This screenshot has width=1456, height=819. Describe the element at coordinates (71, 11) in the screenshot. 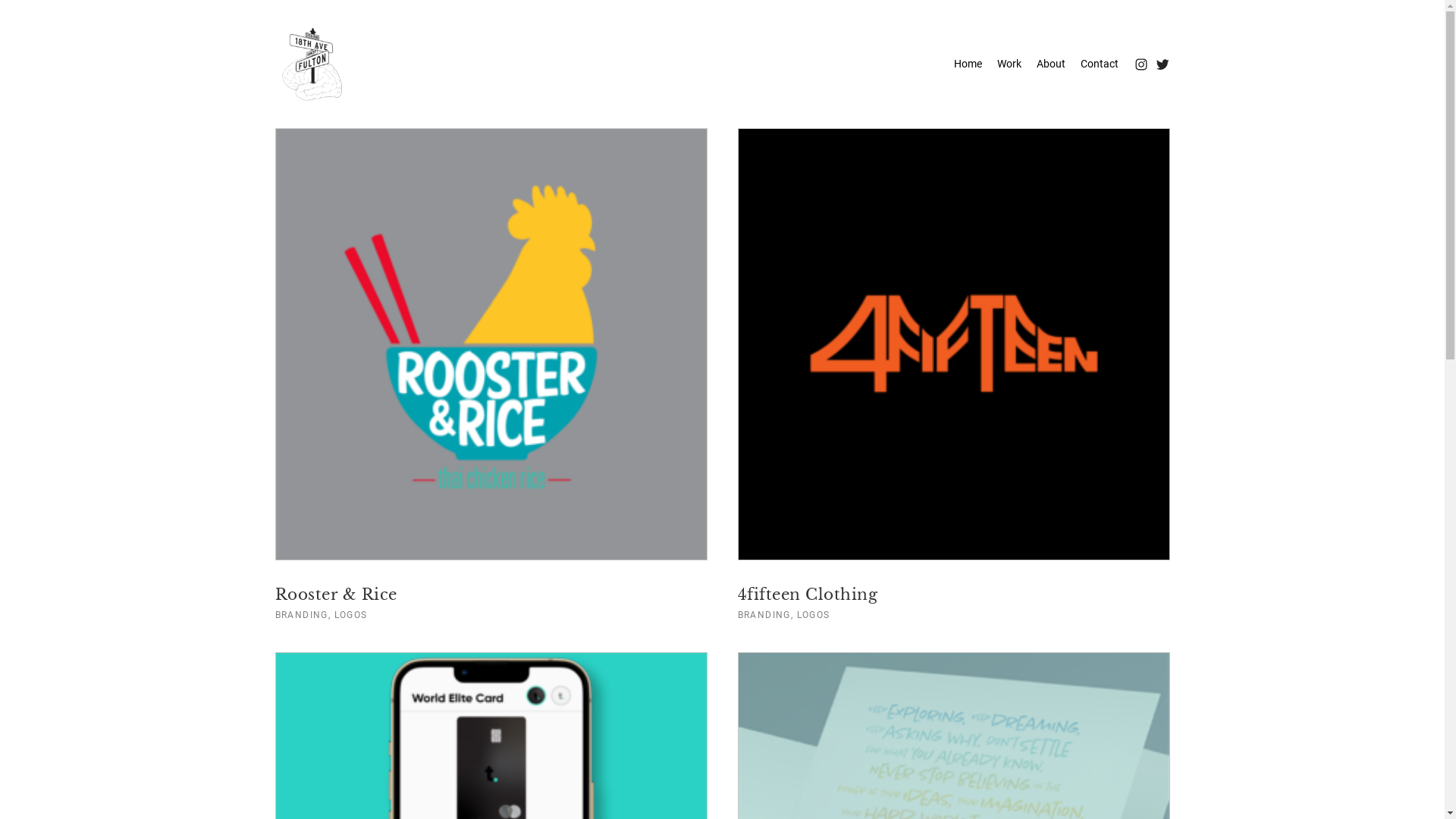

I see `'Skip to content'` at that location.